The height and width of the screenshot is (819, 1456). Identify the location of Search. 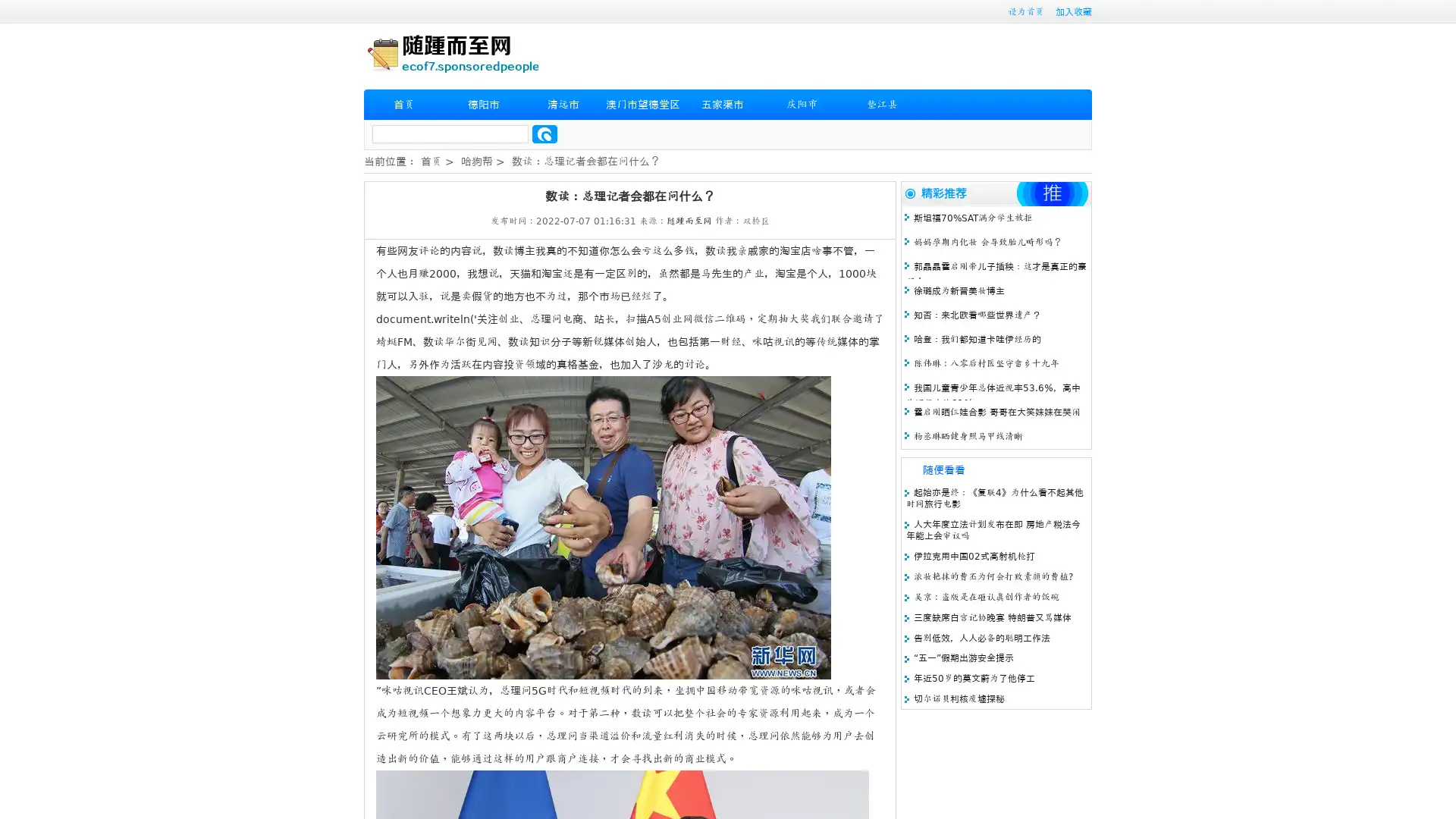
(544, 133).